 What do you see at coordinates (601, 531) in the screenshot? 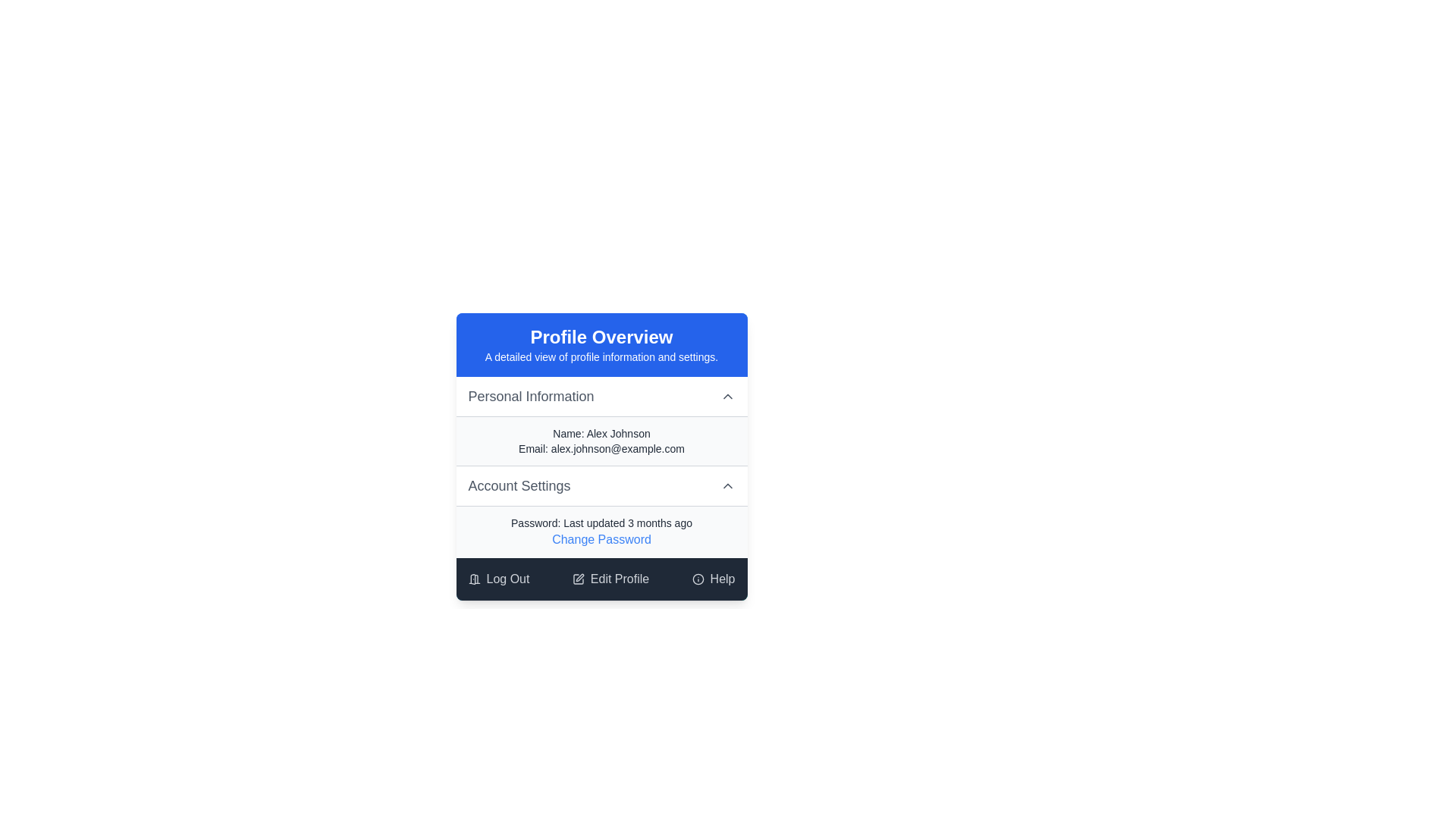
I see `the hyperlink that informs the user about the status of their password in the 'Account Settings' section of the profile overview card` at bounding box center [601, 531].